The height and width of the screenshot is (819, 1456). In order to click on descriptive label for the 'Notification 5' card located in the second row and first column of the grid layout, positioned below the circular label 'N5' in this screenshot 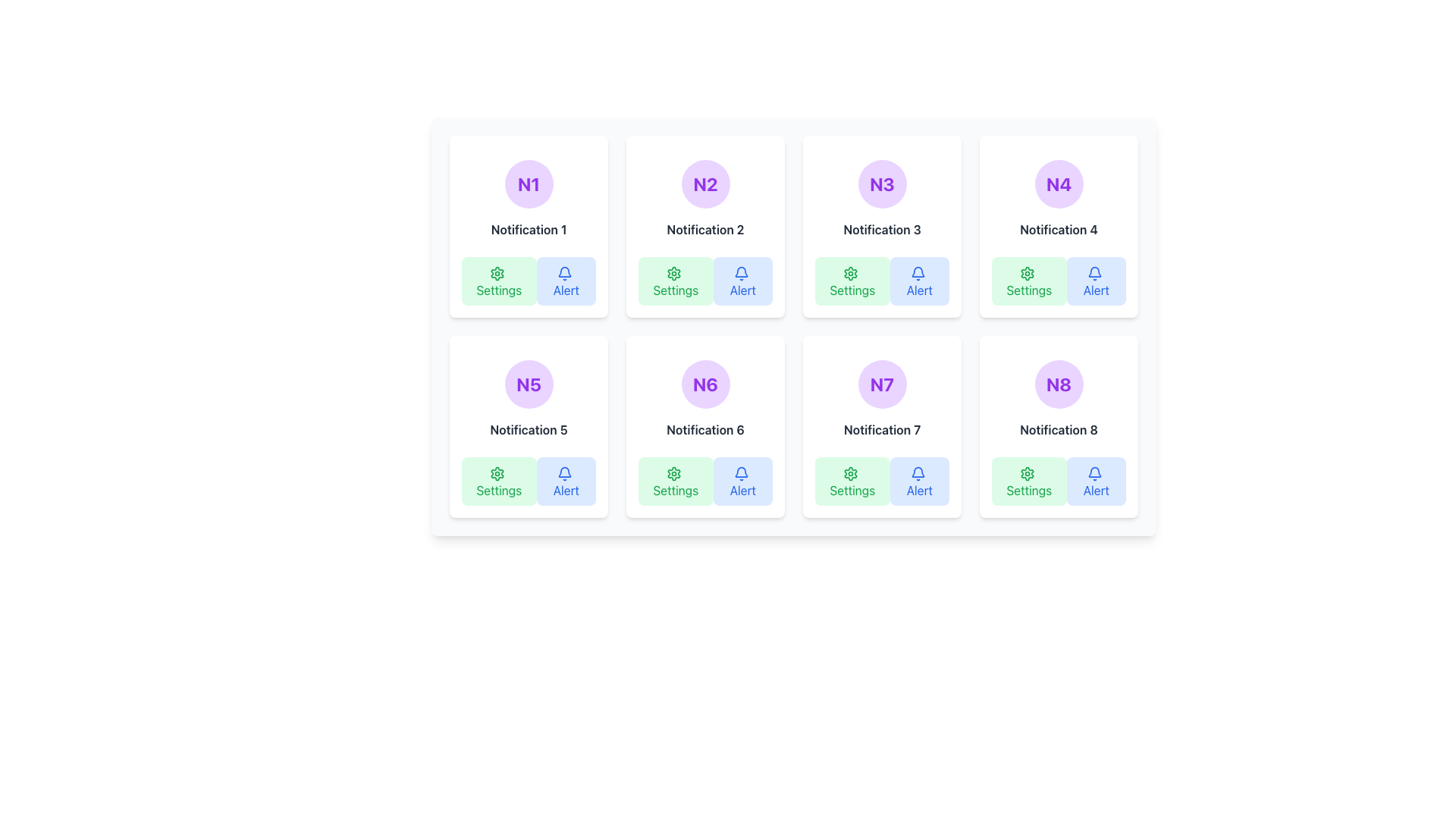, I will do `click(529, 430)`.